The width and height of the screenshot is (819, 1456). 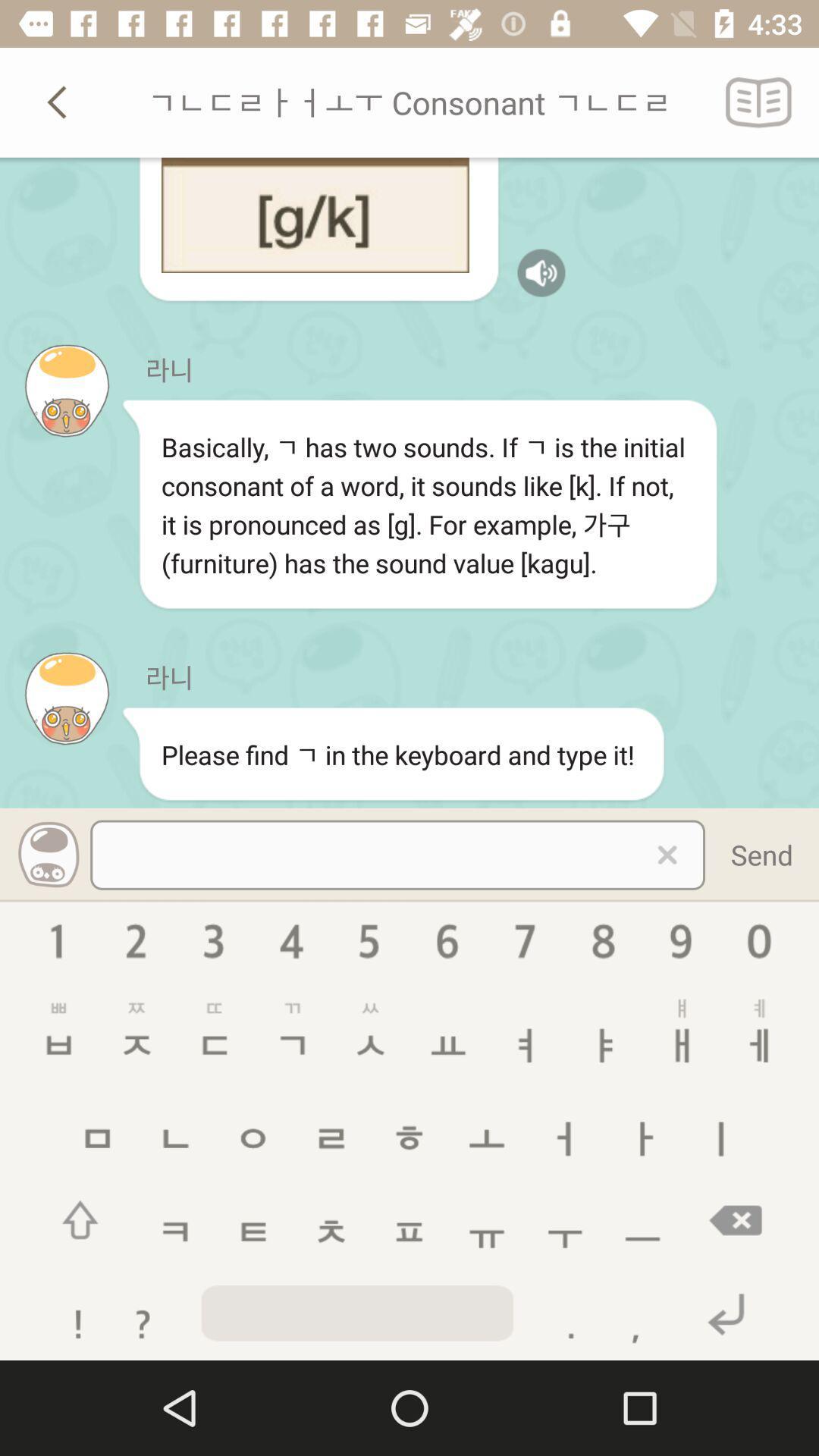 I want to click on the minus icon, so click(x=642, y=1220).